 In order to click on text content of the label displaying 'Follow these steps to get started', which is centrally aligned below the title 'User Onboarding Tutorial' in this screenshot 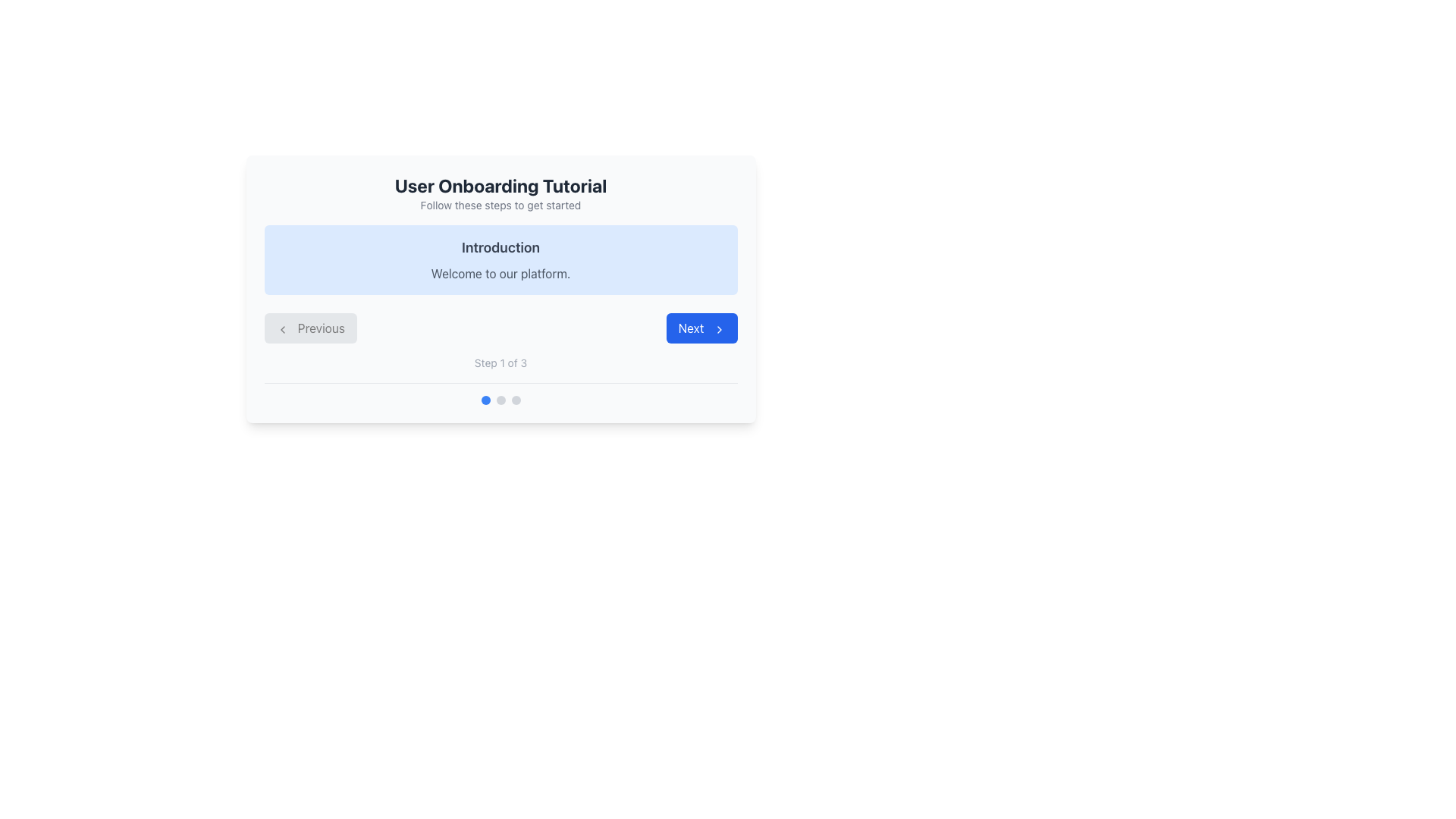, I will do `click(500, 205)`.